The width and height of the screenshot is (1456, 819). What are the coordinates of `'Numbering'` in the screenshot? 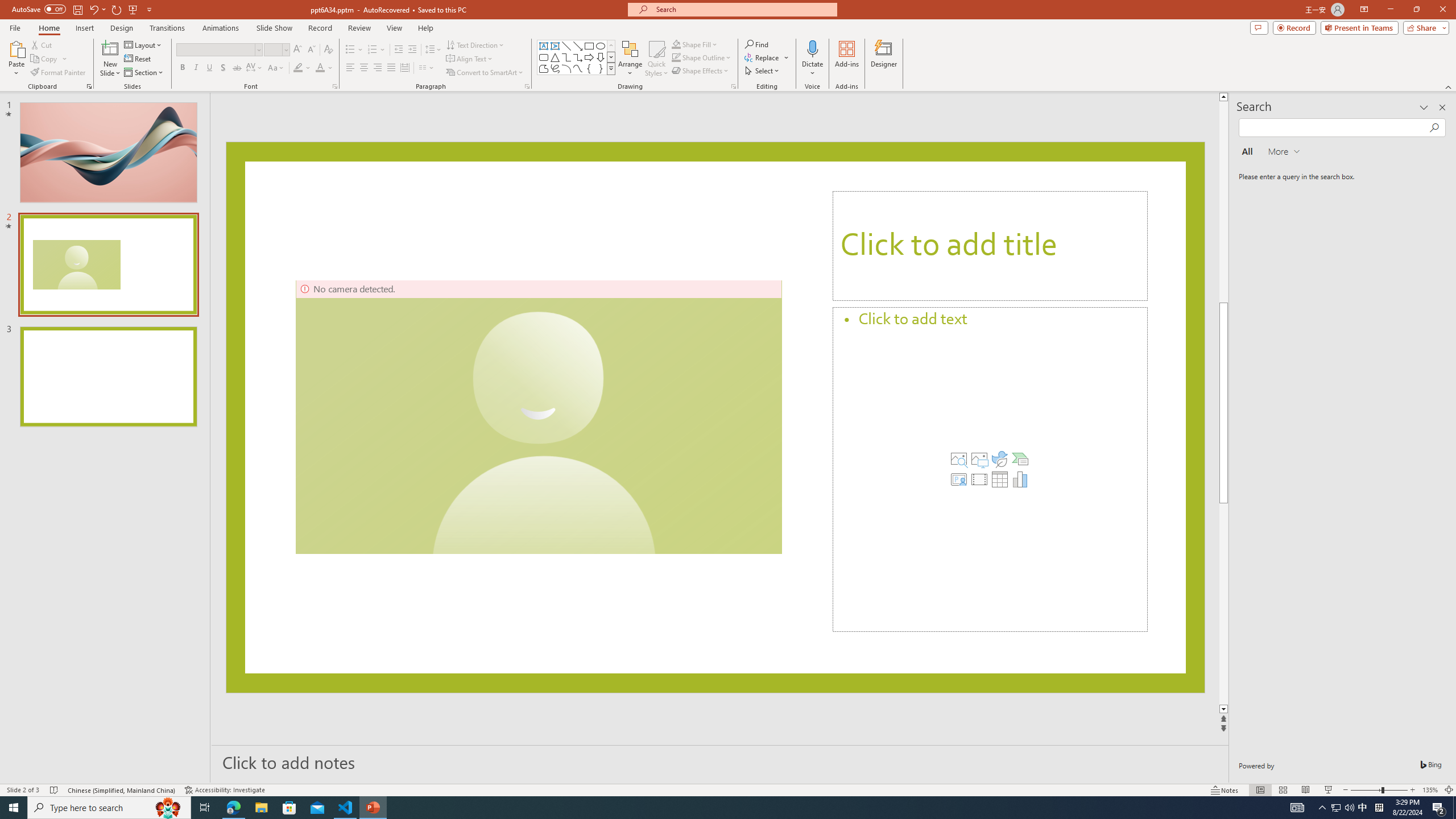 It's located at (373, 49).